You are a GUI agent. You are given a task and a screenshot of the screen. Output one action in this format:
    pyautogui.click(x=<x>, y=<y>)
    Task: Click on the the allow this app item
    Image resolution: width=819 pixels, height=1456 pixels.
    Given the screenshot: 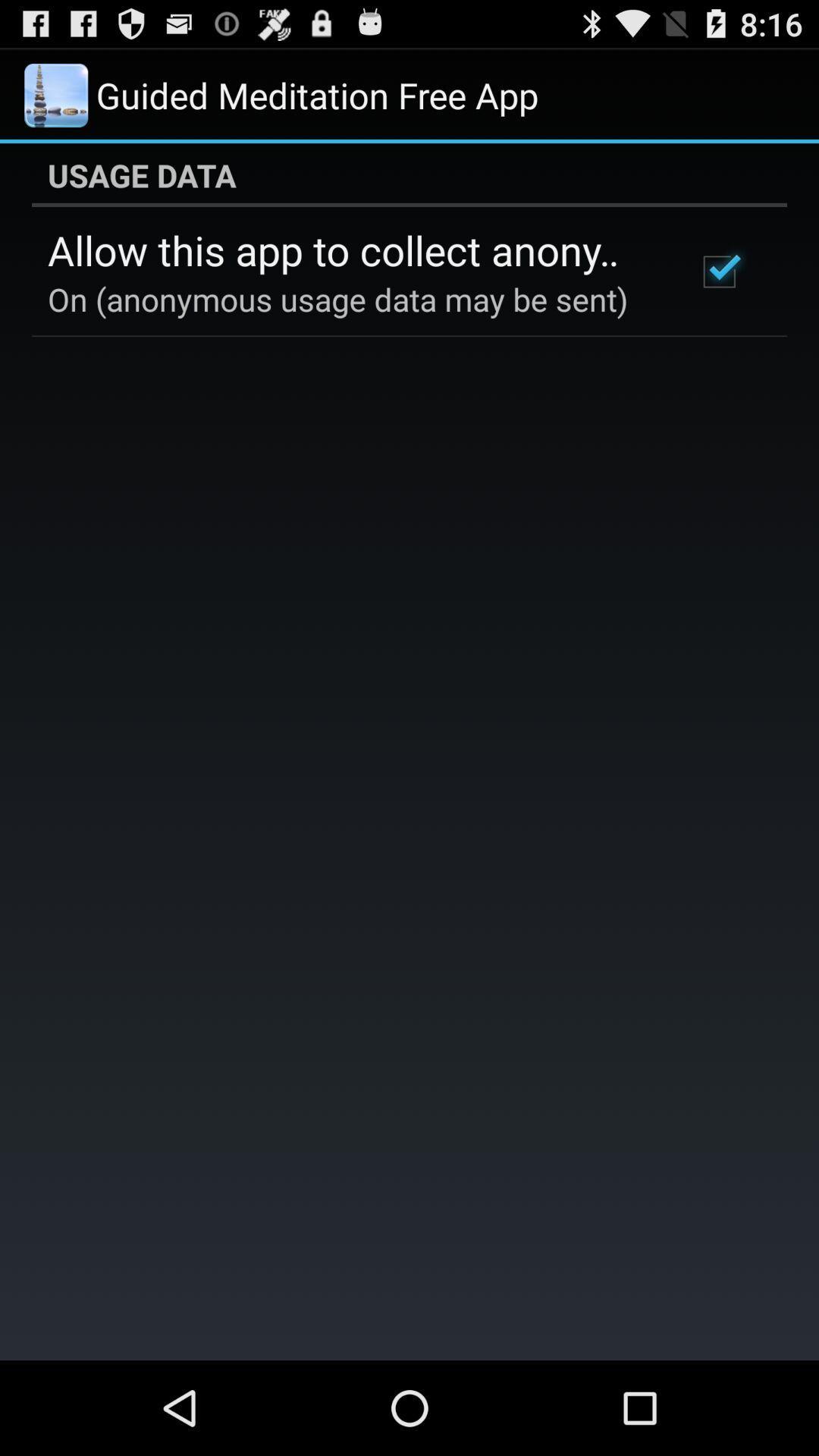 What is the action you would take?
    pyautogui.click(x=351, y=249)
    